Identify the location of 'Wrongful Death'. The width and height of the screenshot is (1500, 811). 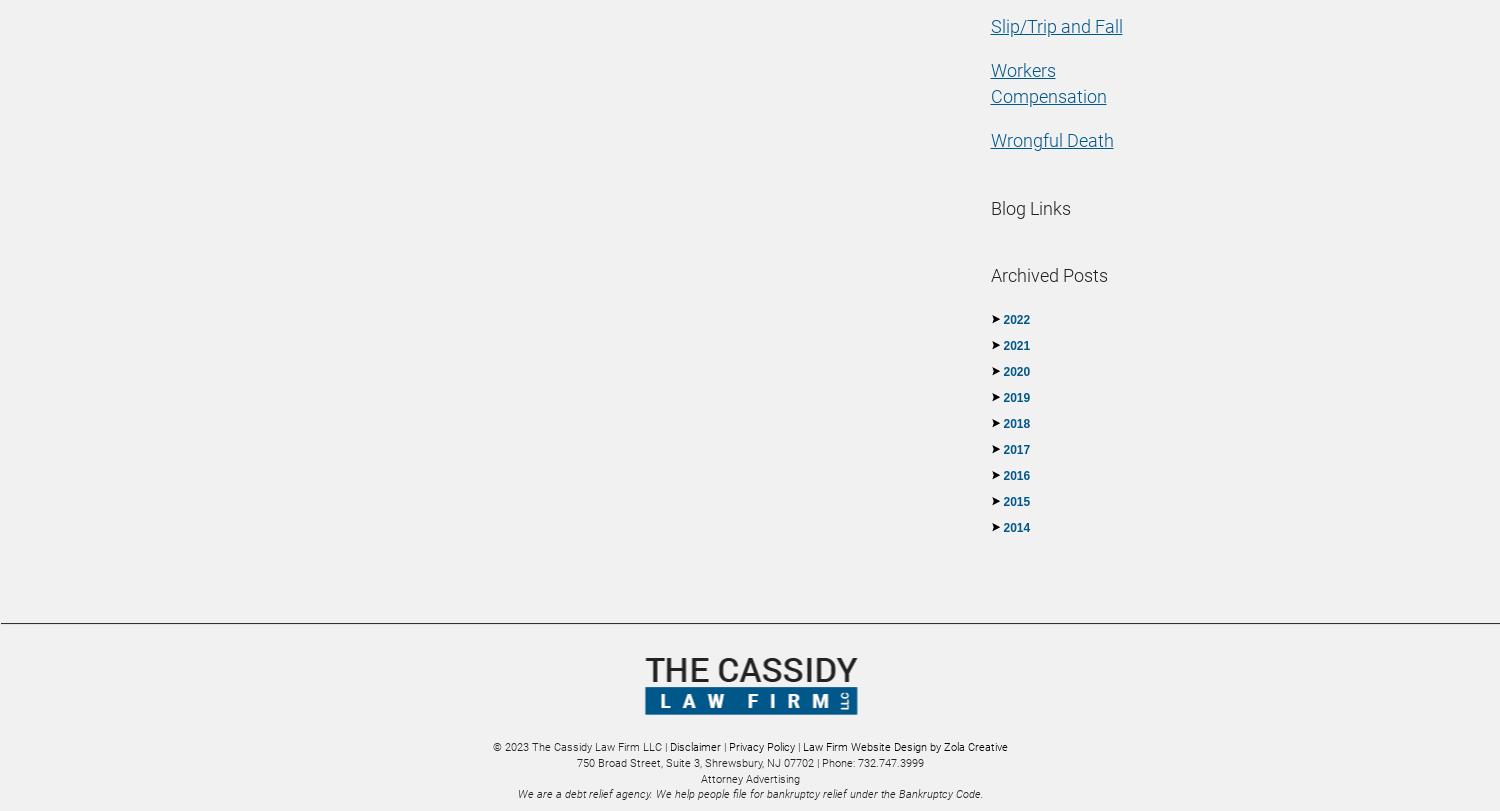
(1051, 140).